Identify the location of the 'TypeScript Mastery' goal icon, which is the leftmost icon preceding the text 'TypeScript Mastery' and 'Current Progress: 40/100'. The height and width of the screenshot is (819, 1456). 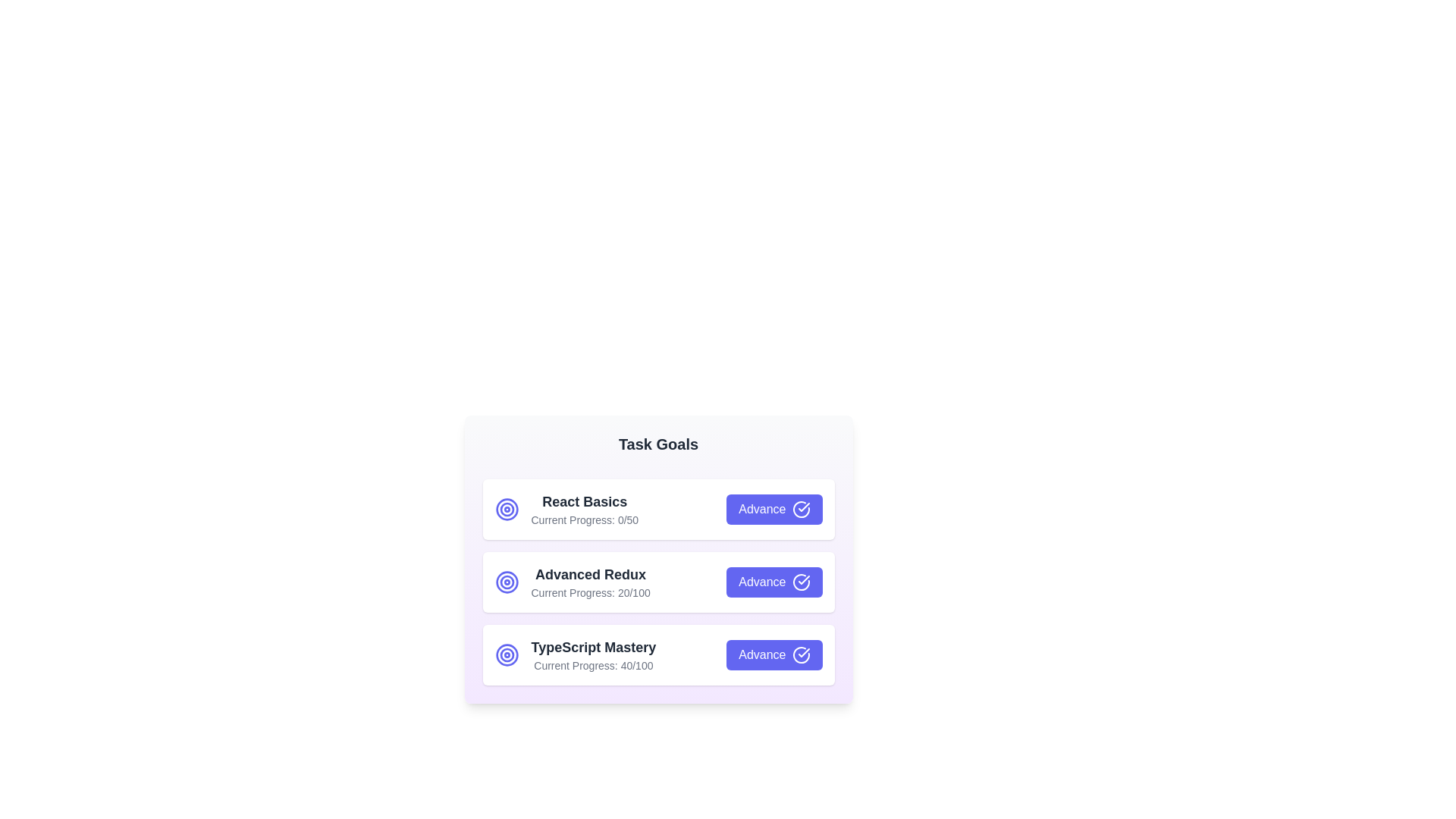
(507, 654).